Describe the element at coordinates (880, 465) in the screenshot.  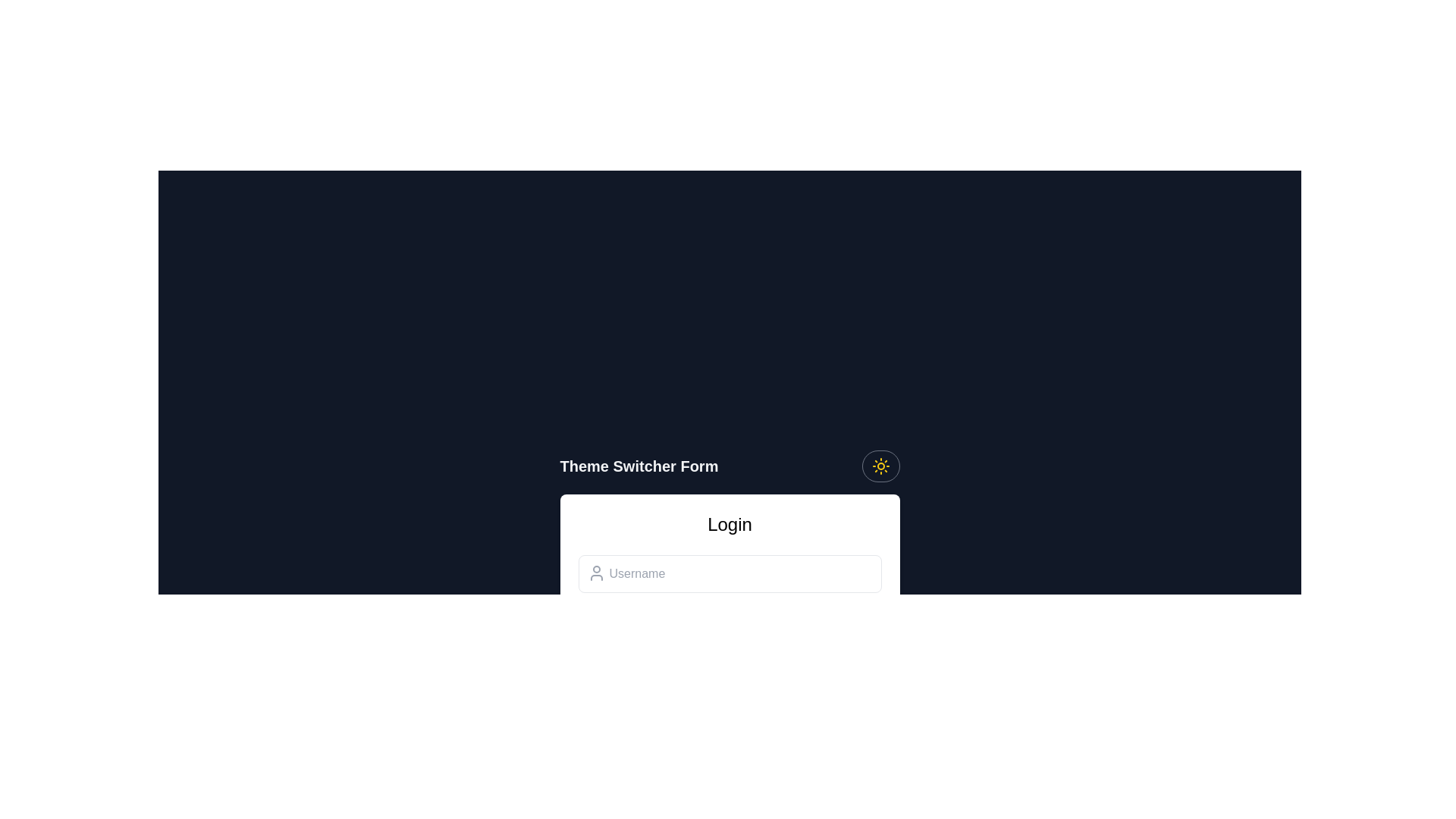
I see `the circular button with a yellow sun icon on a dark background` at that location.